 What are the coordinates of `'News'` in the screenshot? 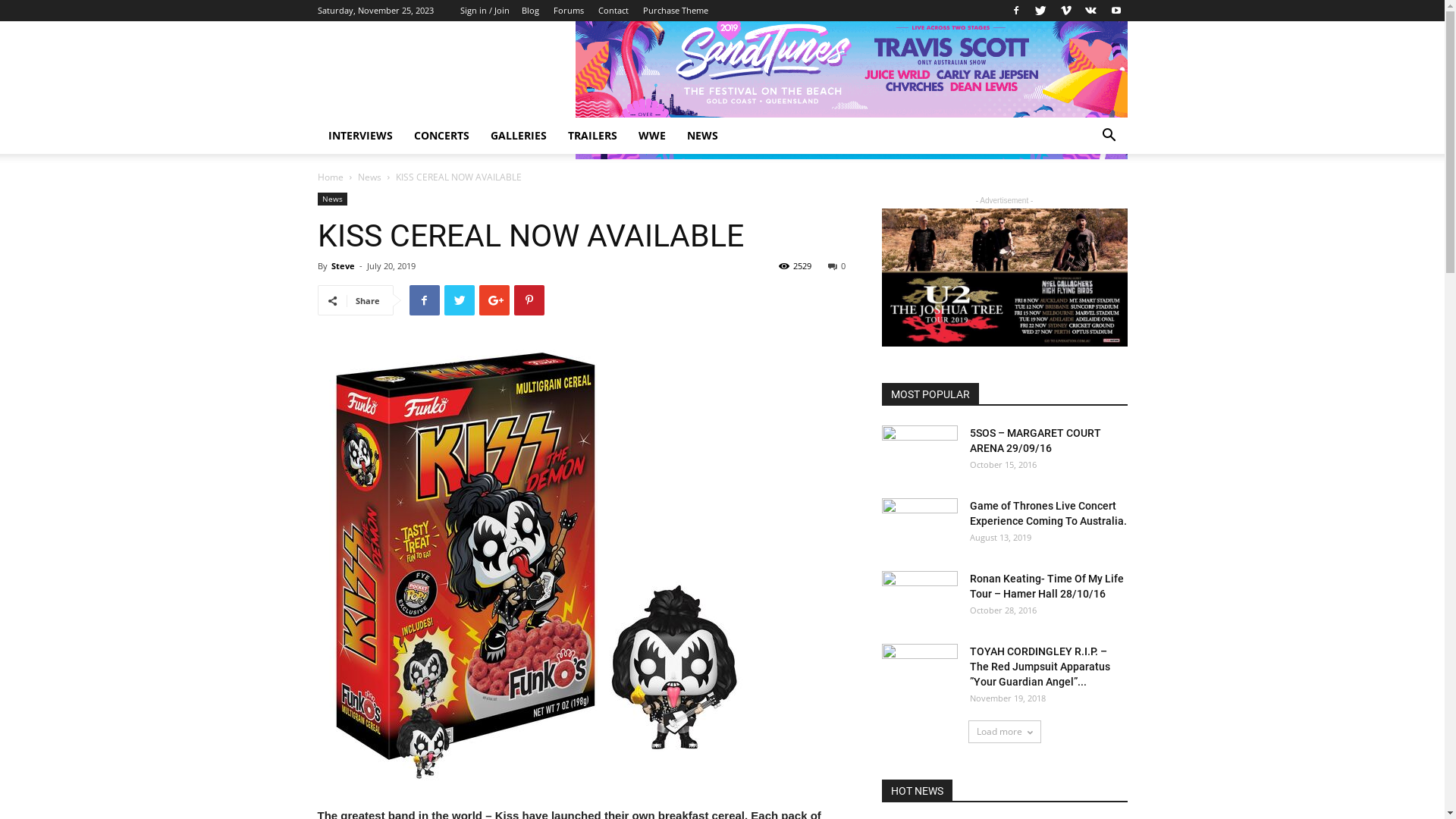 It's located at (331, 198).